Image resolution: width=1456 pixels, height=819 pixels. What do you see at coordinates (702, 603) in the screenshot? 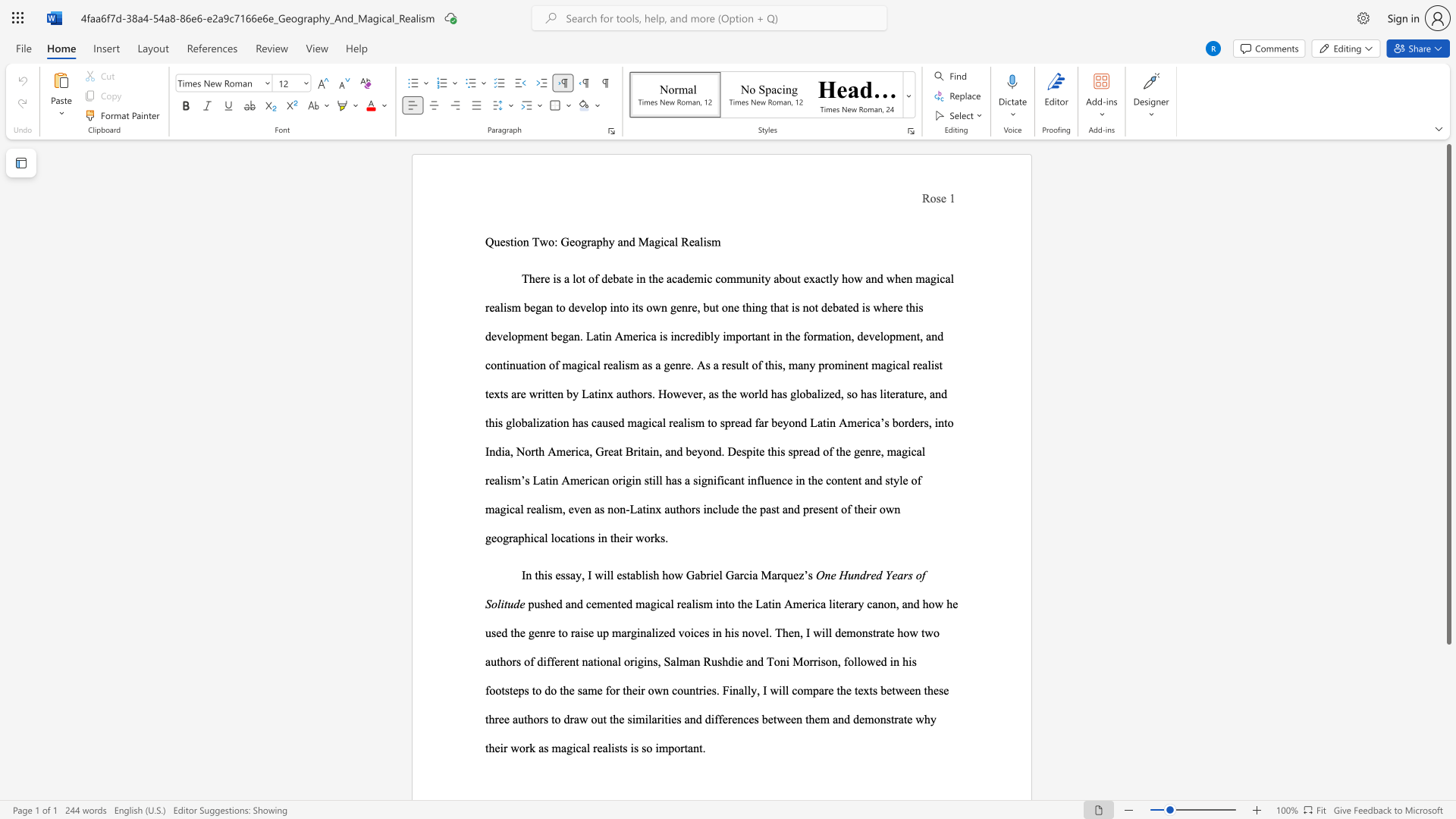
I see `the subset text "m into the L" within the text "pushed and cemented magical realism into the Latin America literary canon, and how he used the genre to raise up marginalized voices in his novel. Then, I will"` at bounding box center [702, 603].